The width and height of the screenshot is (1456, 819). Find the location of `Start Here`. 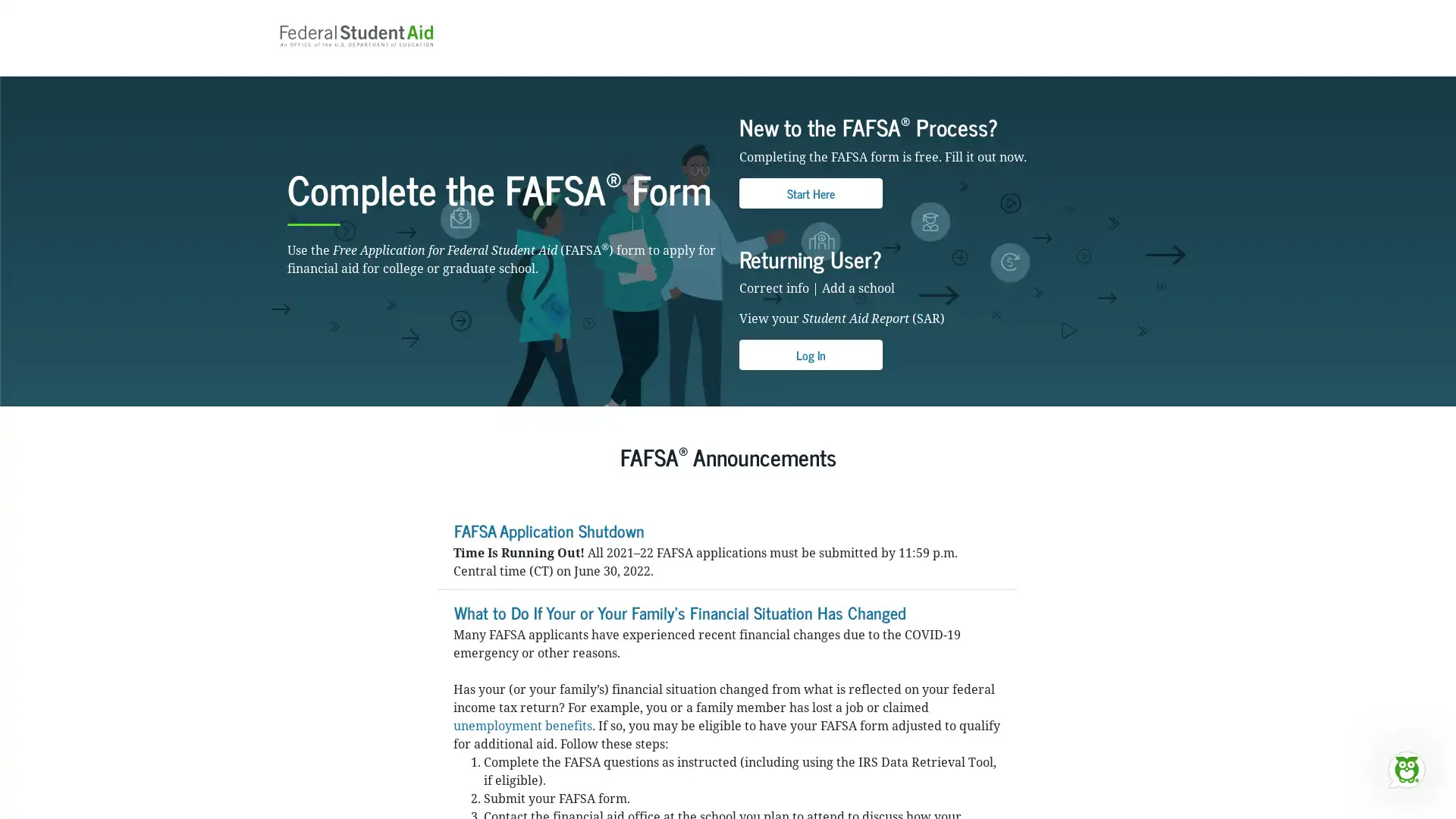

Start Here is located at coordinates (810, 214).